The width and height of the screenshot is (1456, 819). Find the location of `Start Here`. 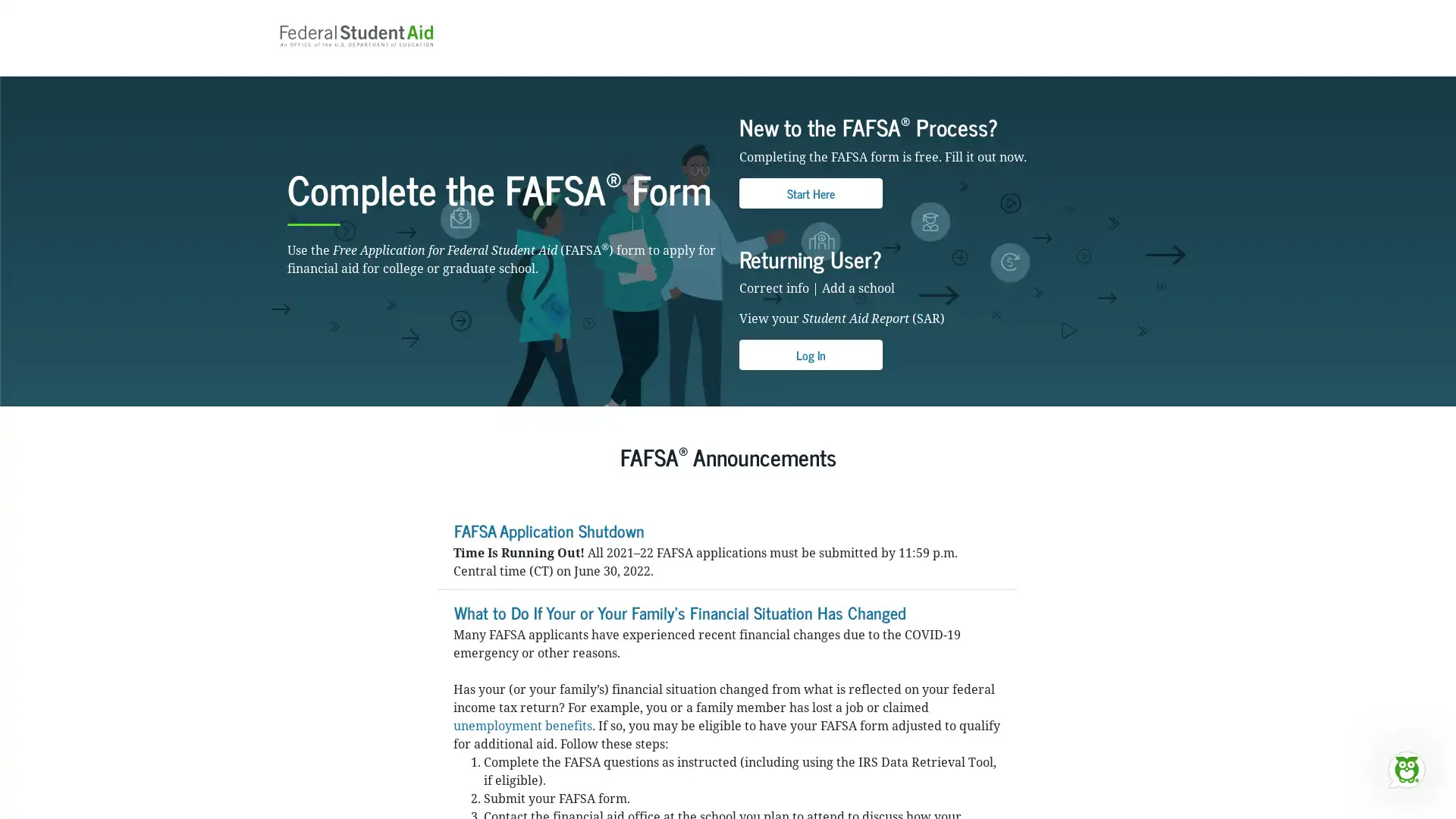

Start Here is located at coordinates (810, 214).